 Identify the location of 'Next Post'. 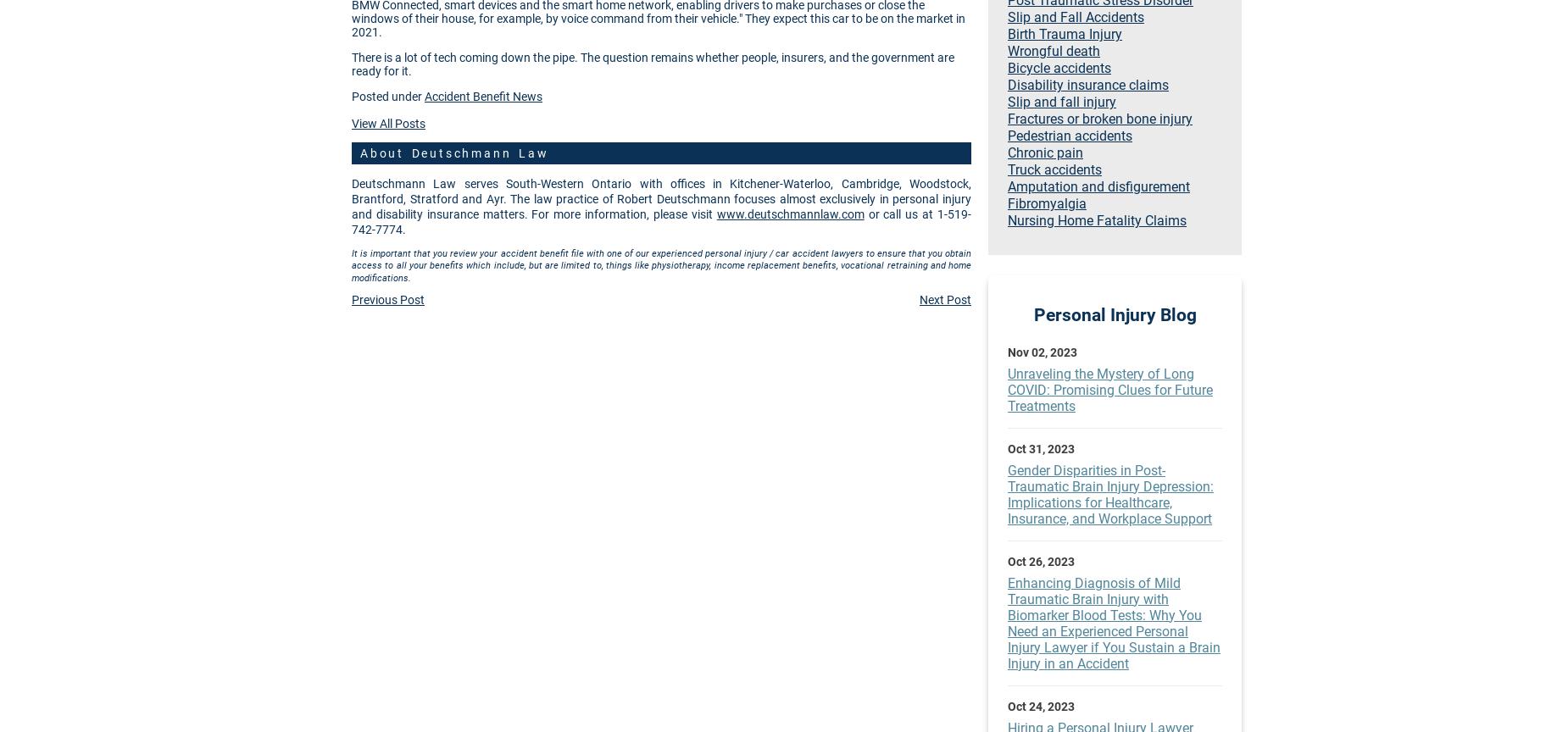
(944, 298).